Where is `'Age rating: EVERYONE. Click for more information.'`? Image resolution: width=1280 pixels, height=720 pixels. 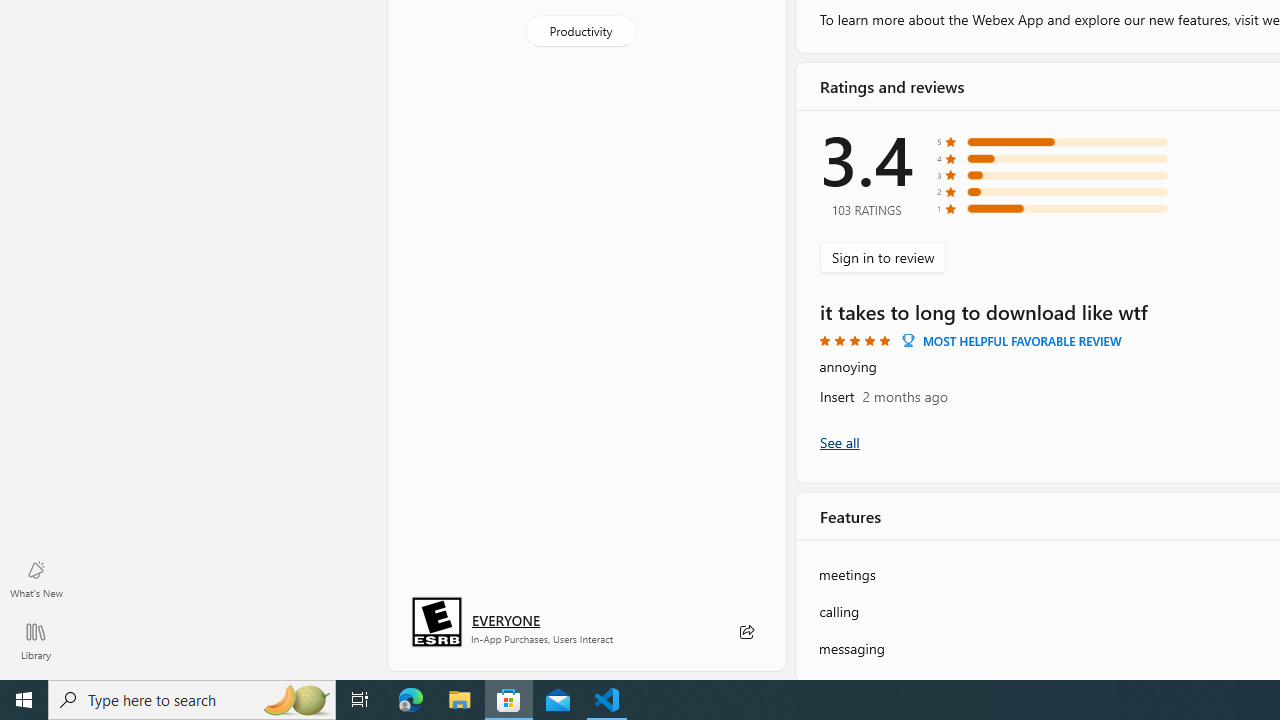
'Age rating: EVERYONE. Click for more information.' is located at coordinates (506, 618).